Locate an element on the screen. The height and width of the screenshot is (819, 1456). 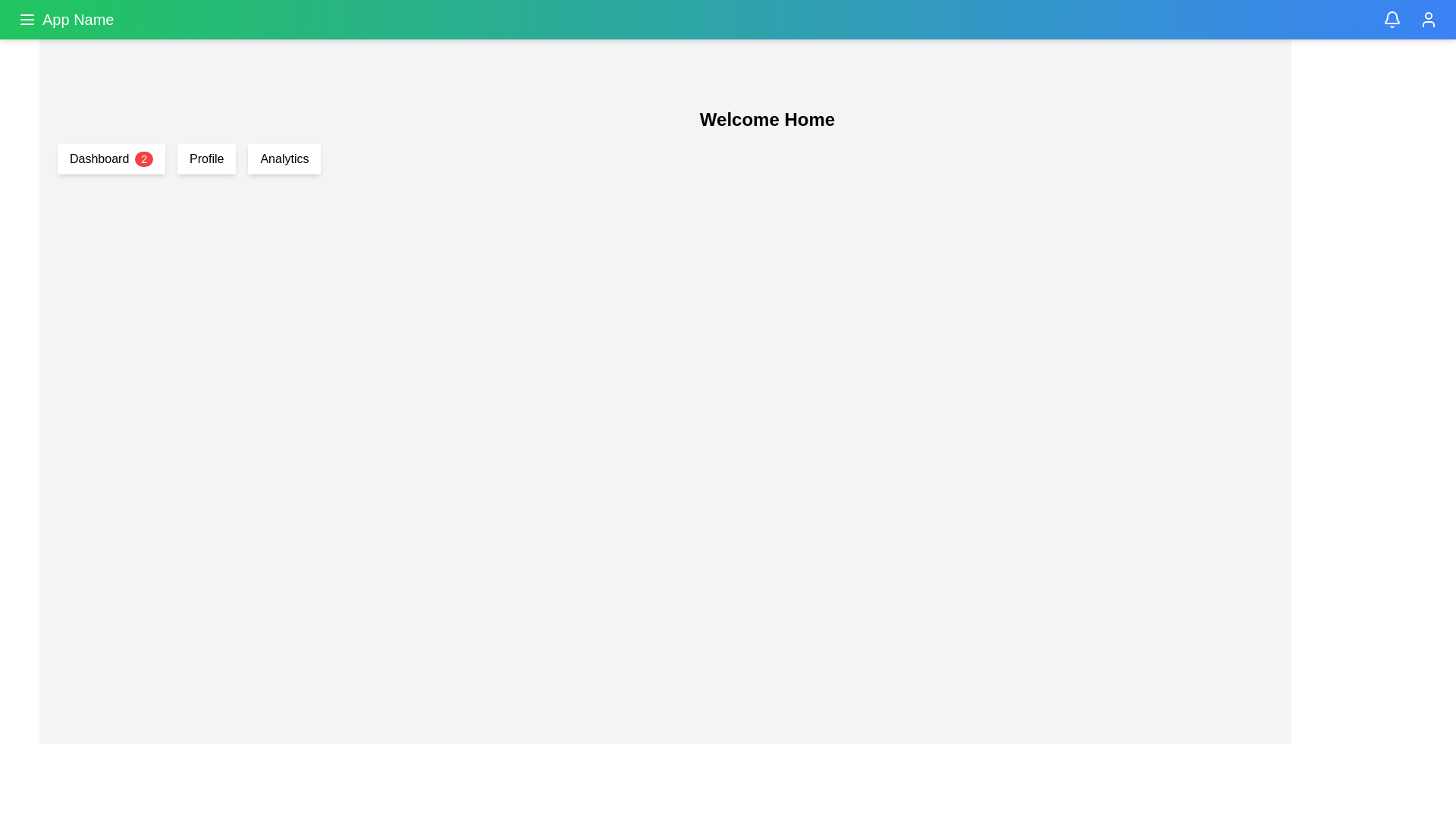
the User Profile icon located at the top-right corner of the application’s header bar to potentially view a quick-access menu is located at coordinates (1427, 20).